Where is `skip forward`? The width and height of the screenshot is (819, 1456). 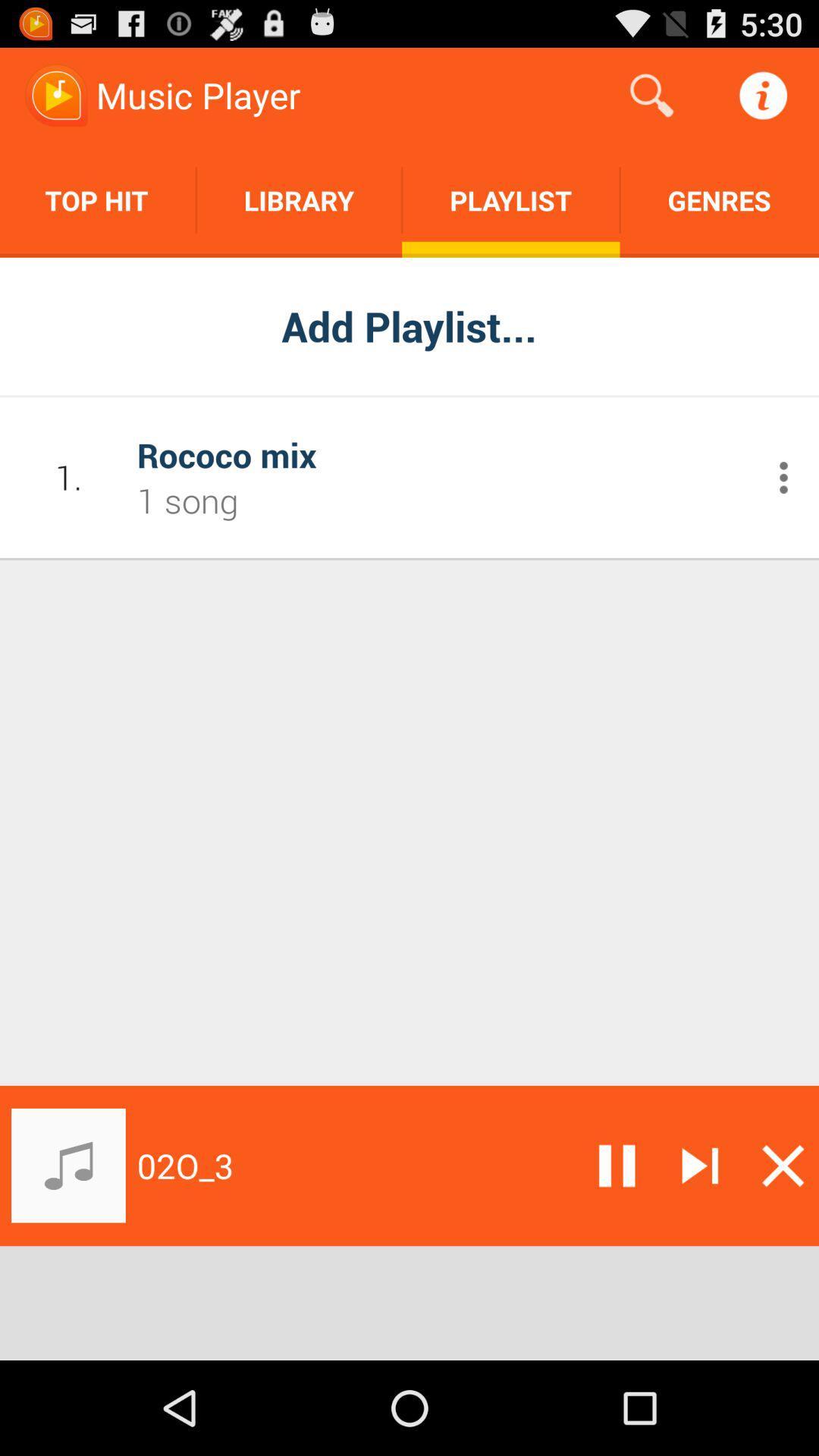 skip forward is located at coordinates (700, 1165).